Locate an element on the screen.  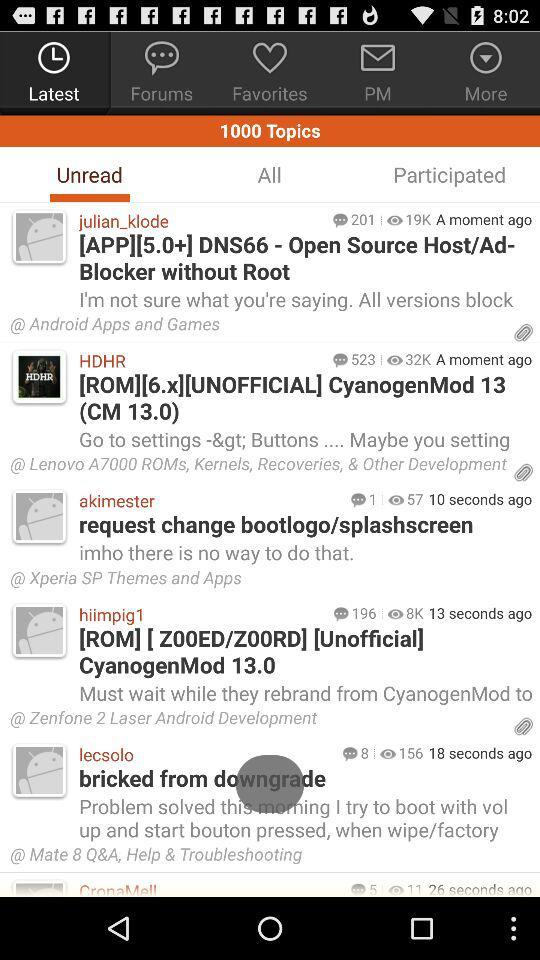
the icon above 26 seconds ago icon is located at coordinates (268, 856).